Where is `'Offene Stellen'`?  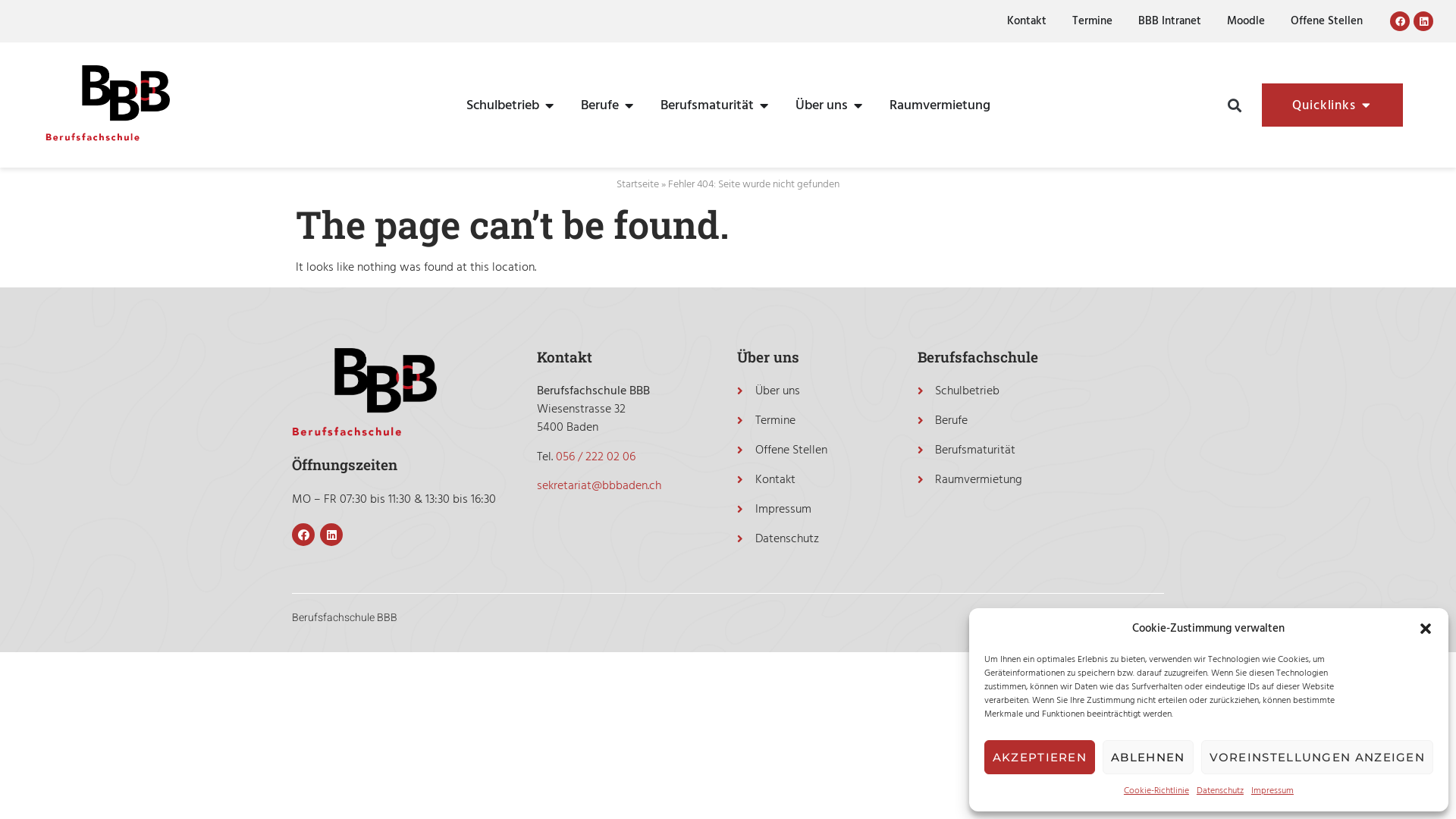 'Offene Stellen' is located at coordinates (826, 449).